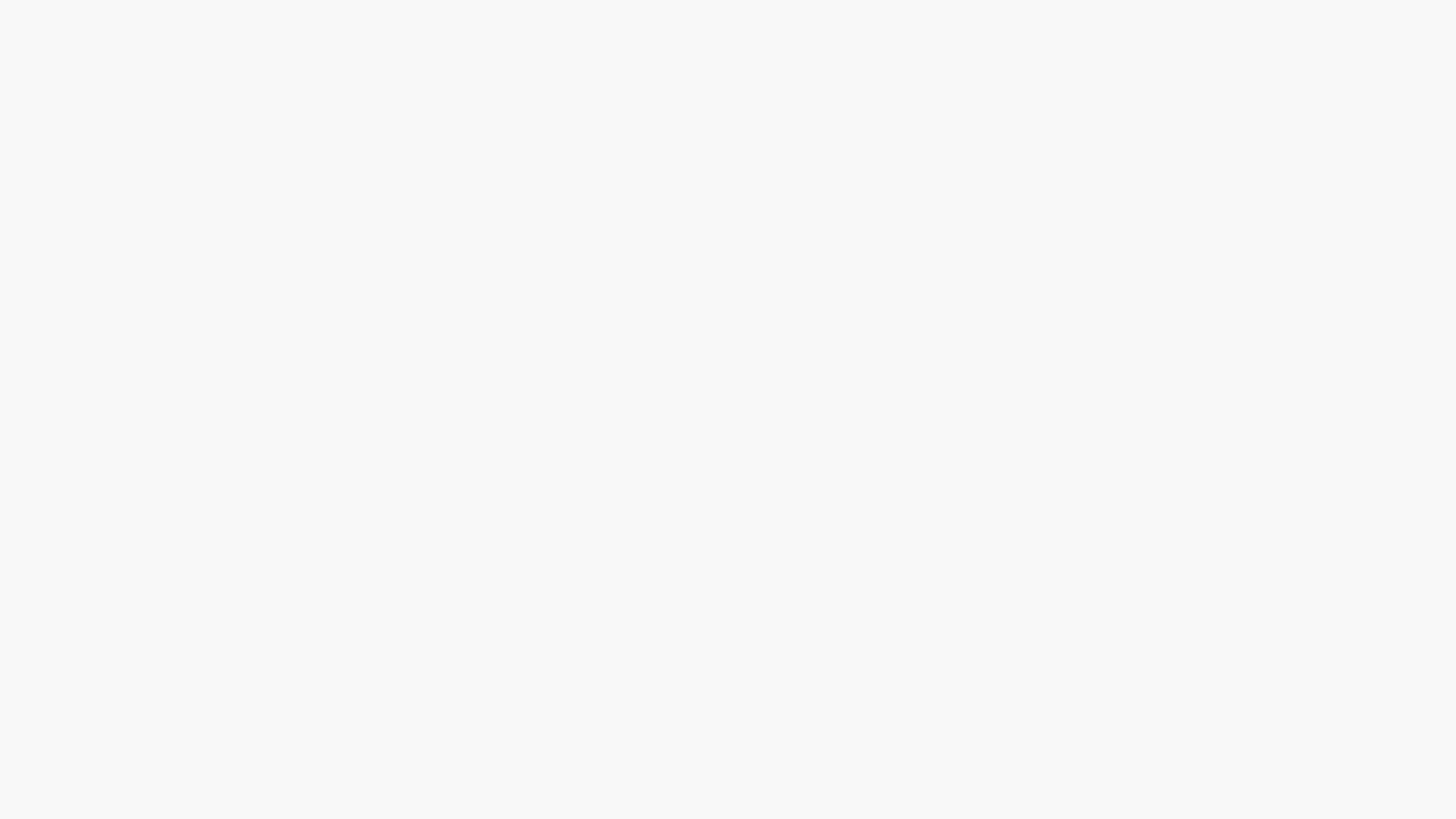 The height and width of the screenshot is (819, 1456). Describe the element at coordinates (251, 752) in the screenshot. I see `Botao Compartilhar` at that location.